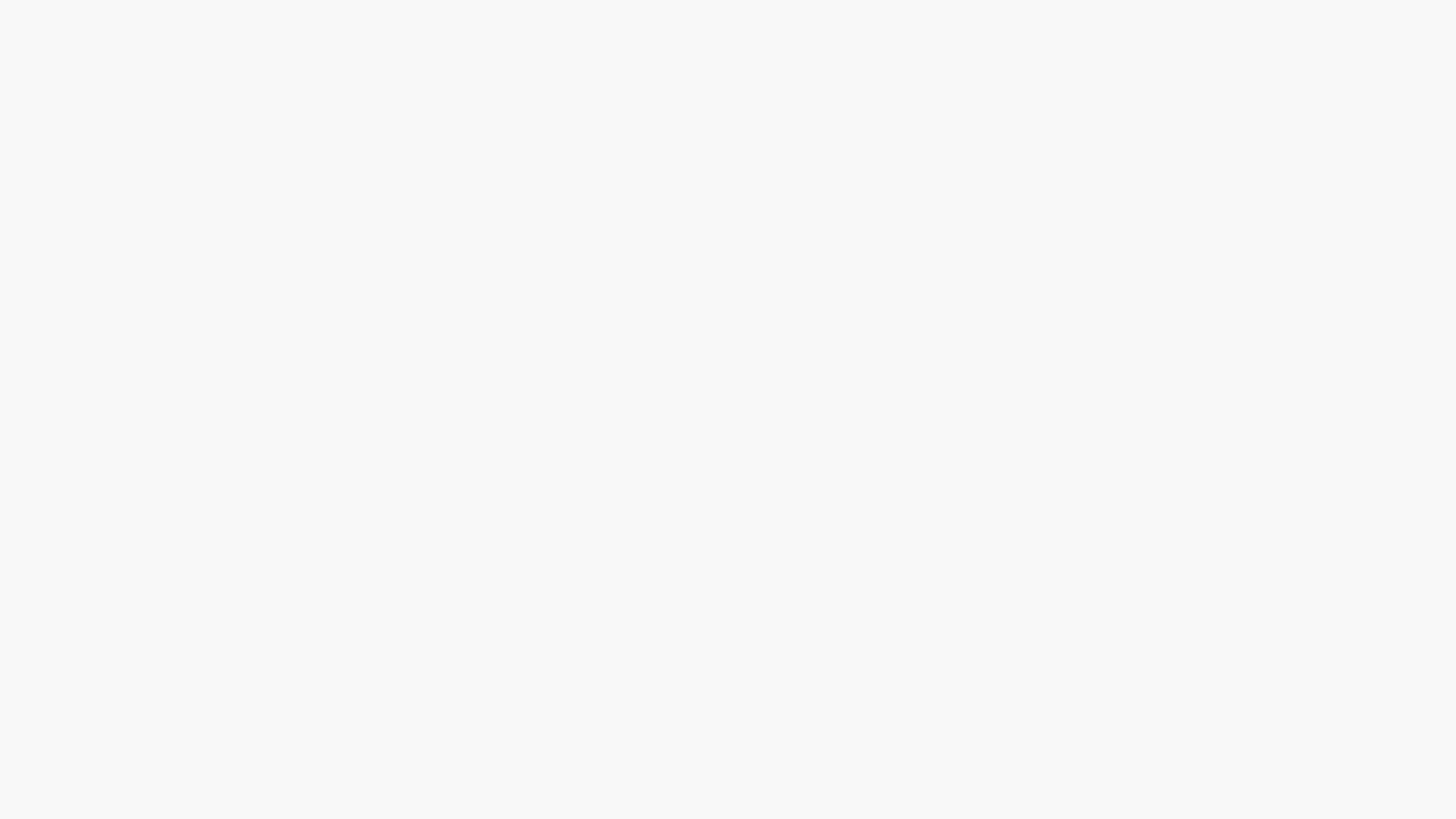 The height and width of the screenshot is (819, 1456). Describe the element at coordinates (251, 752) in the screenshot. I see `Botao Compartilhar` at that location.